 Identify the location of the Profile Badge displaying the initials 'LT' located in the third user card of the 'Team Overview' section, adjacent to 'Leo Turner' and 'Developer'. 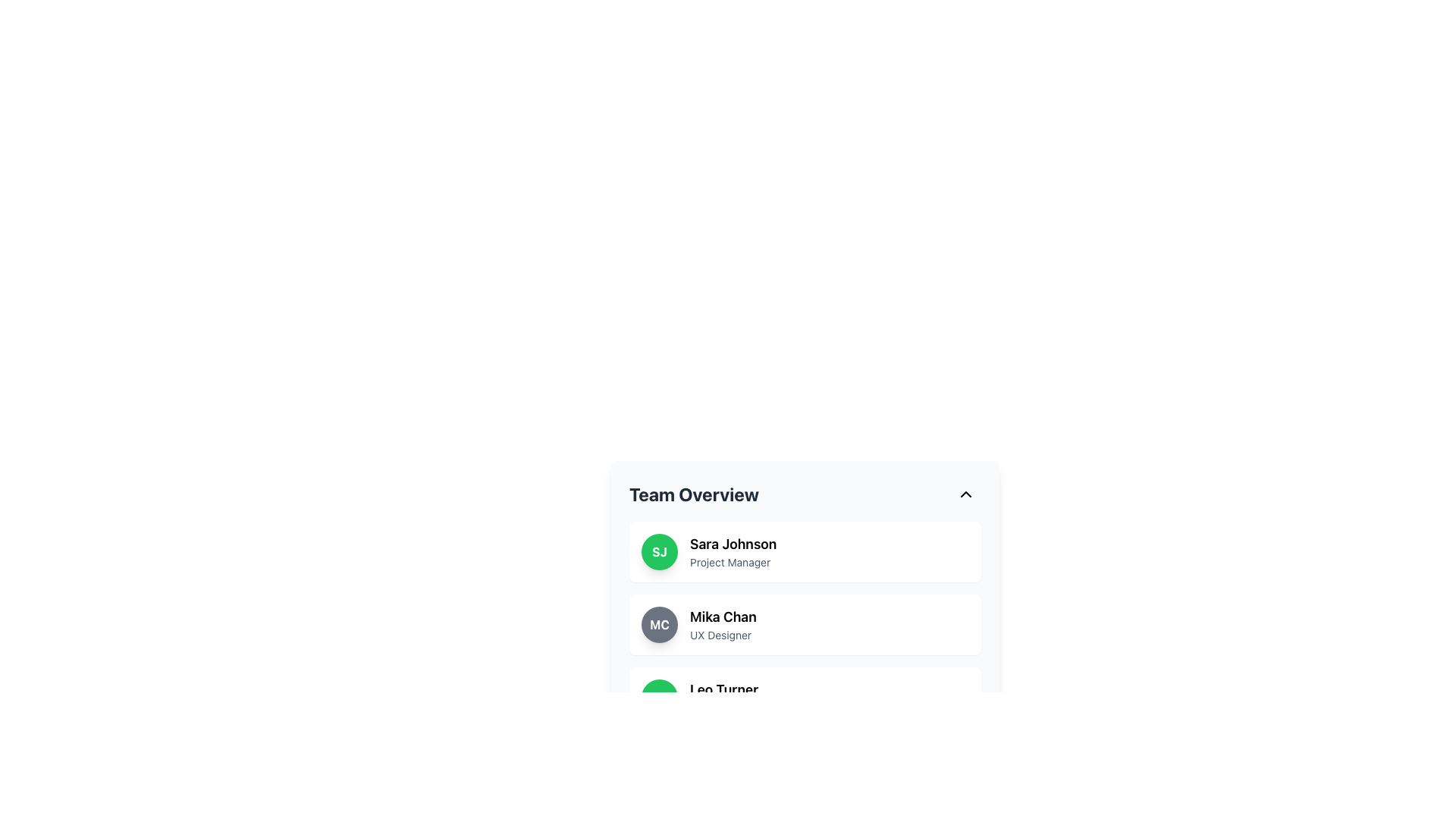
(659, 698).